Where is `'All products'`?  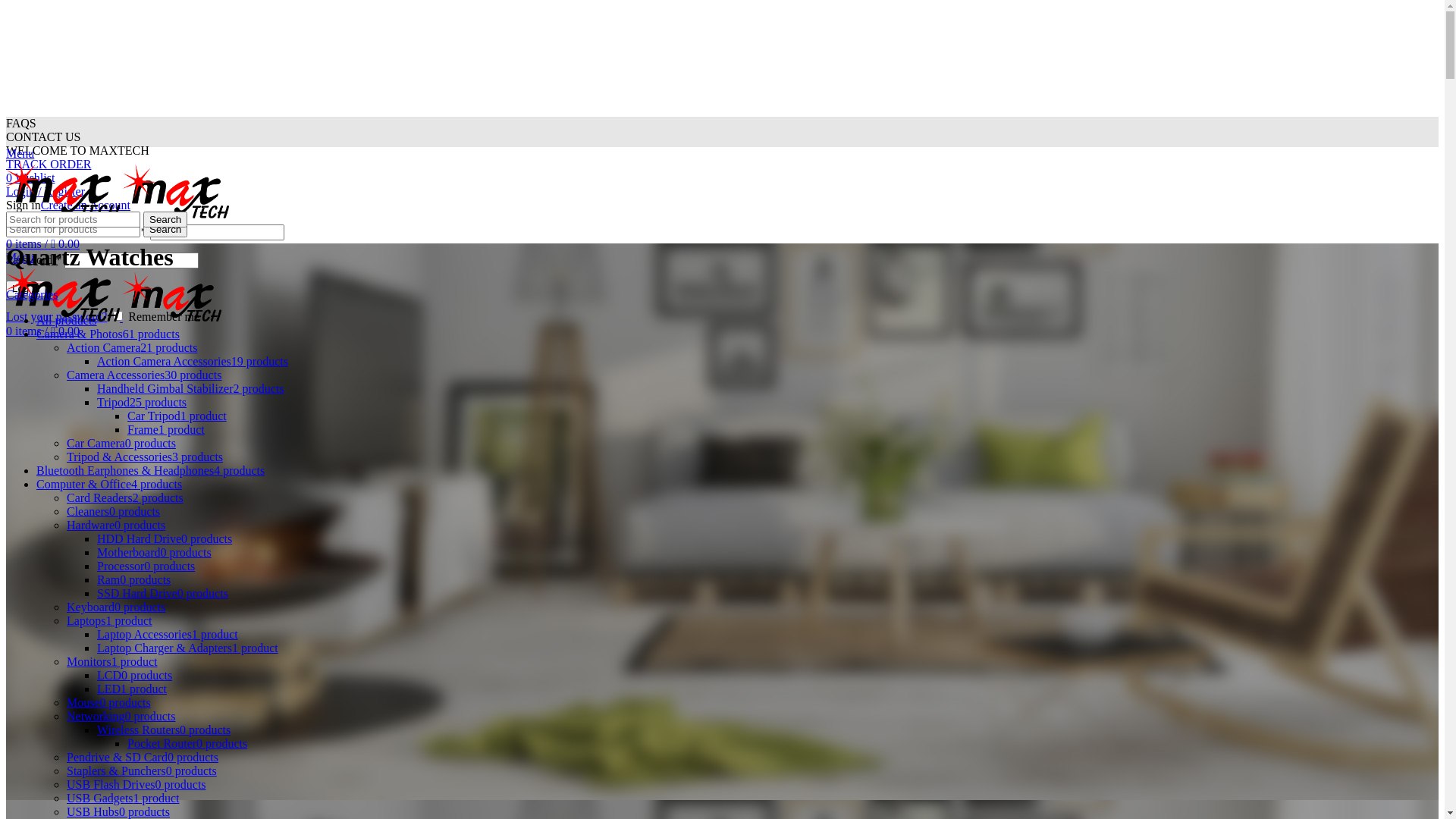 'All products' is located at coordinates (65, 319).